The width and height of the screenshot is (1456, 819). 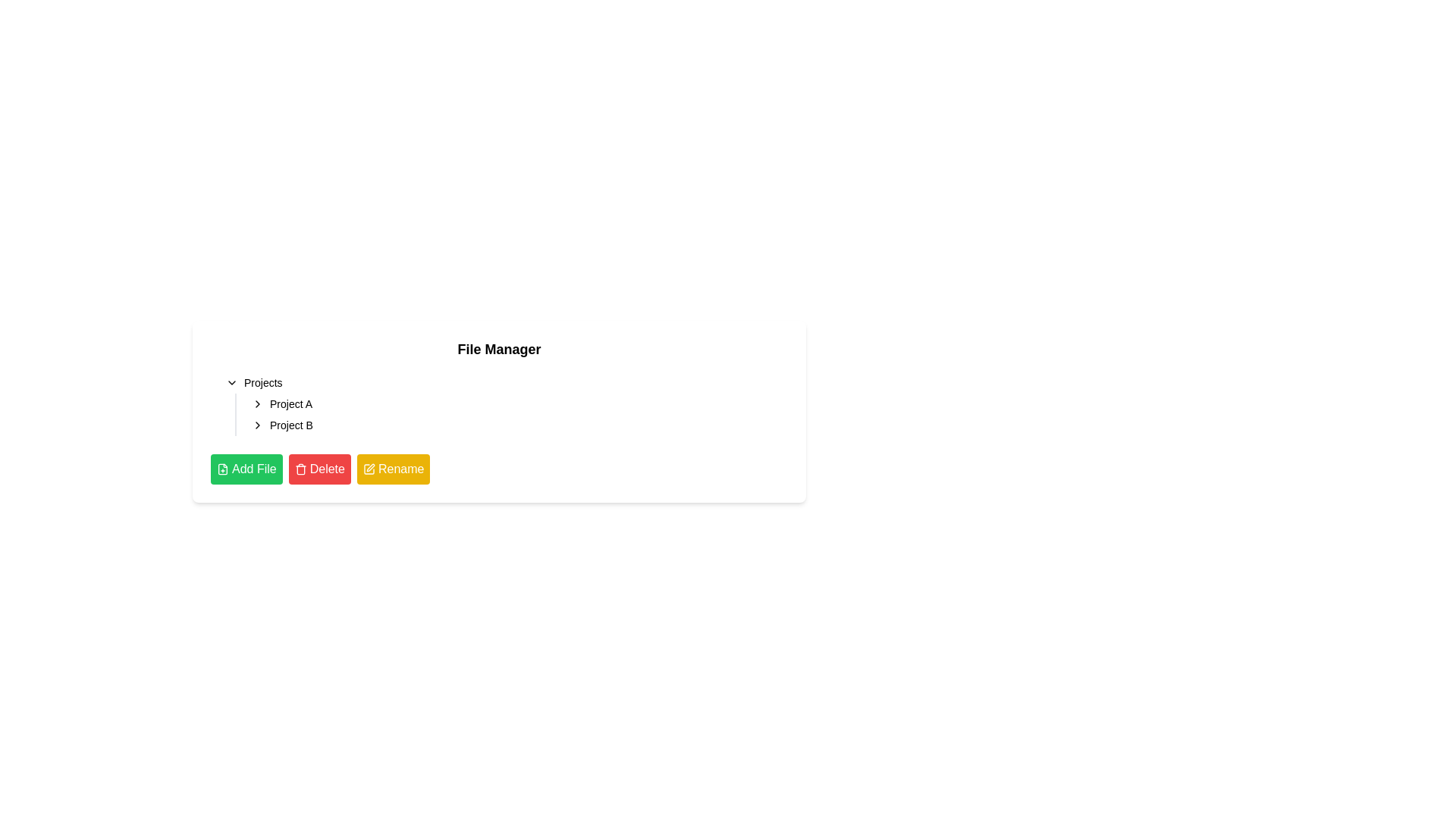 What do you see at coordinates (221, 468) in the screenshot?
I see `the green 'Add File' button located at the bottom left of the 'File Manager' section, which features a file icon with a plus symbol` at bounding box center [221, 468].